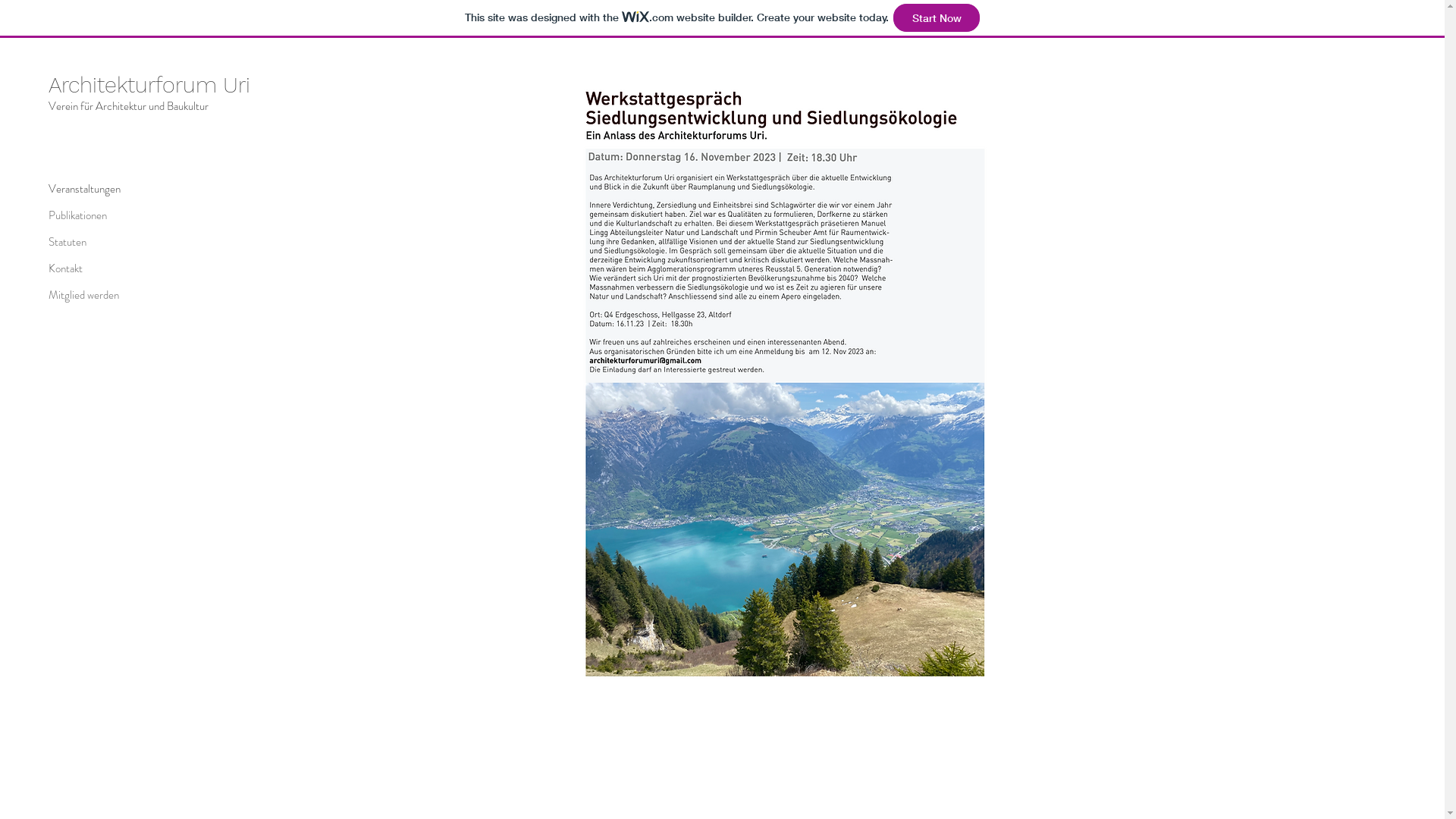 This screenshot has width=1456, height=819. I want to click on 'Mitglied werden', so click(101, 295).